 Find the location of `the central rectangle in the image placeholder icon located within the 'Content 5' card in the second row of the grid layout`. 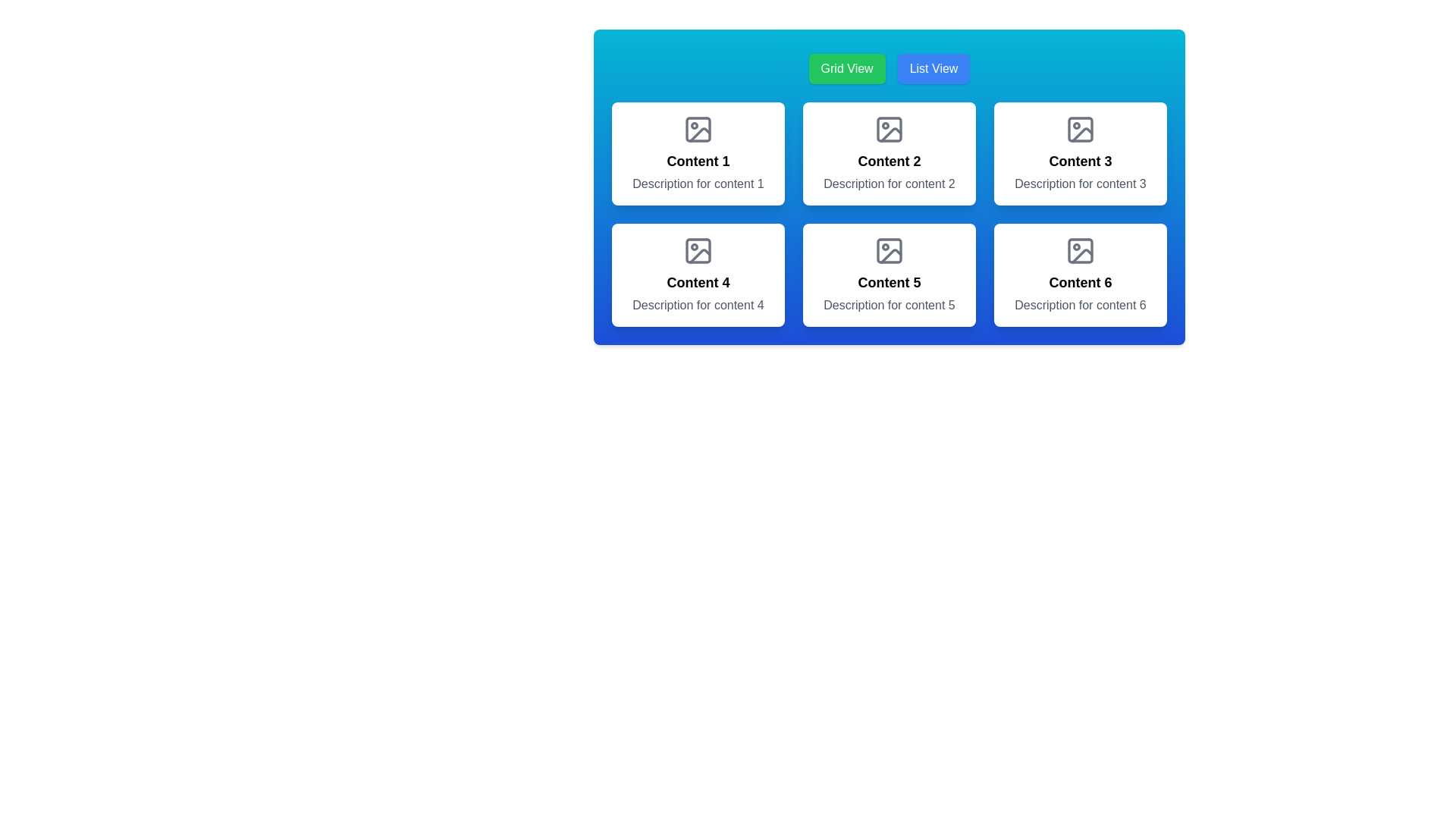

the central rectangle in the image placeholder icon located within the 'Content 5' card in the second row of the grid layout is located at coordinates (889, 250).